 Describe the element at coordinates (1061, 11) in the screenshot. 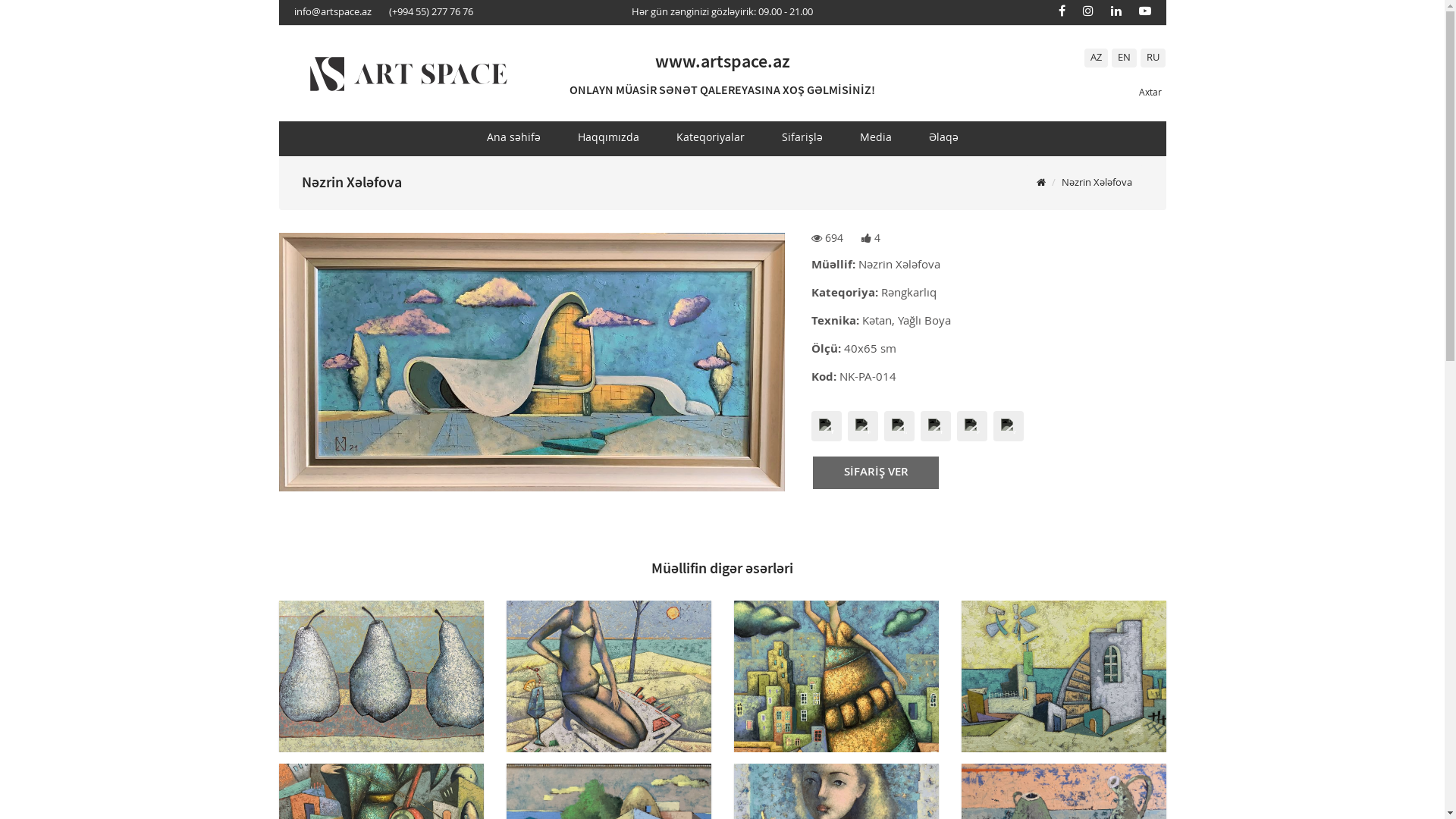

I see `'Facebook'` at that location.